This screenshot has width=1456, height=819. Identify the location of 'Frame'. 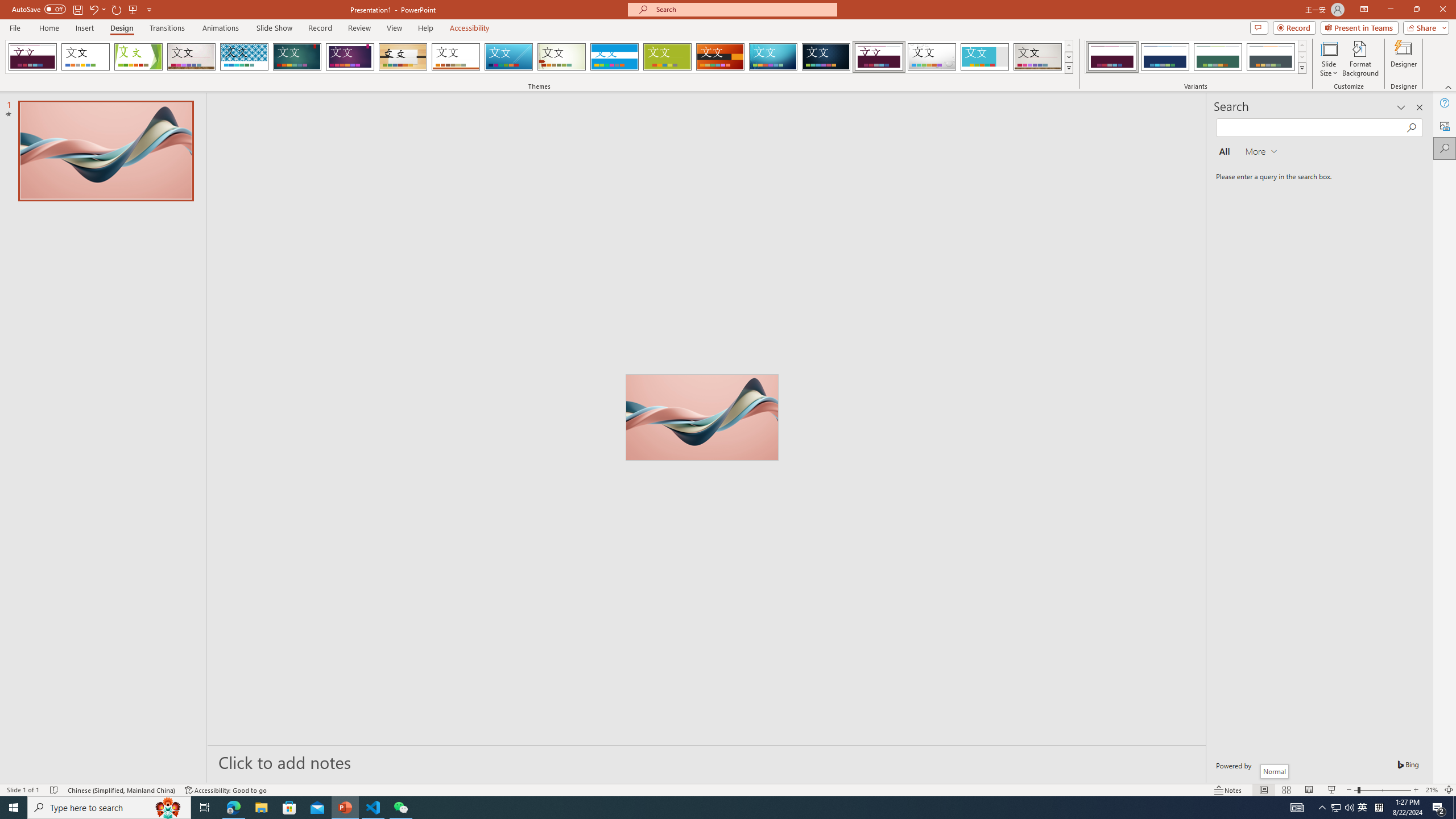
(985, 56).